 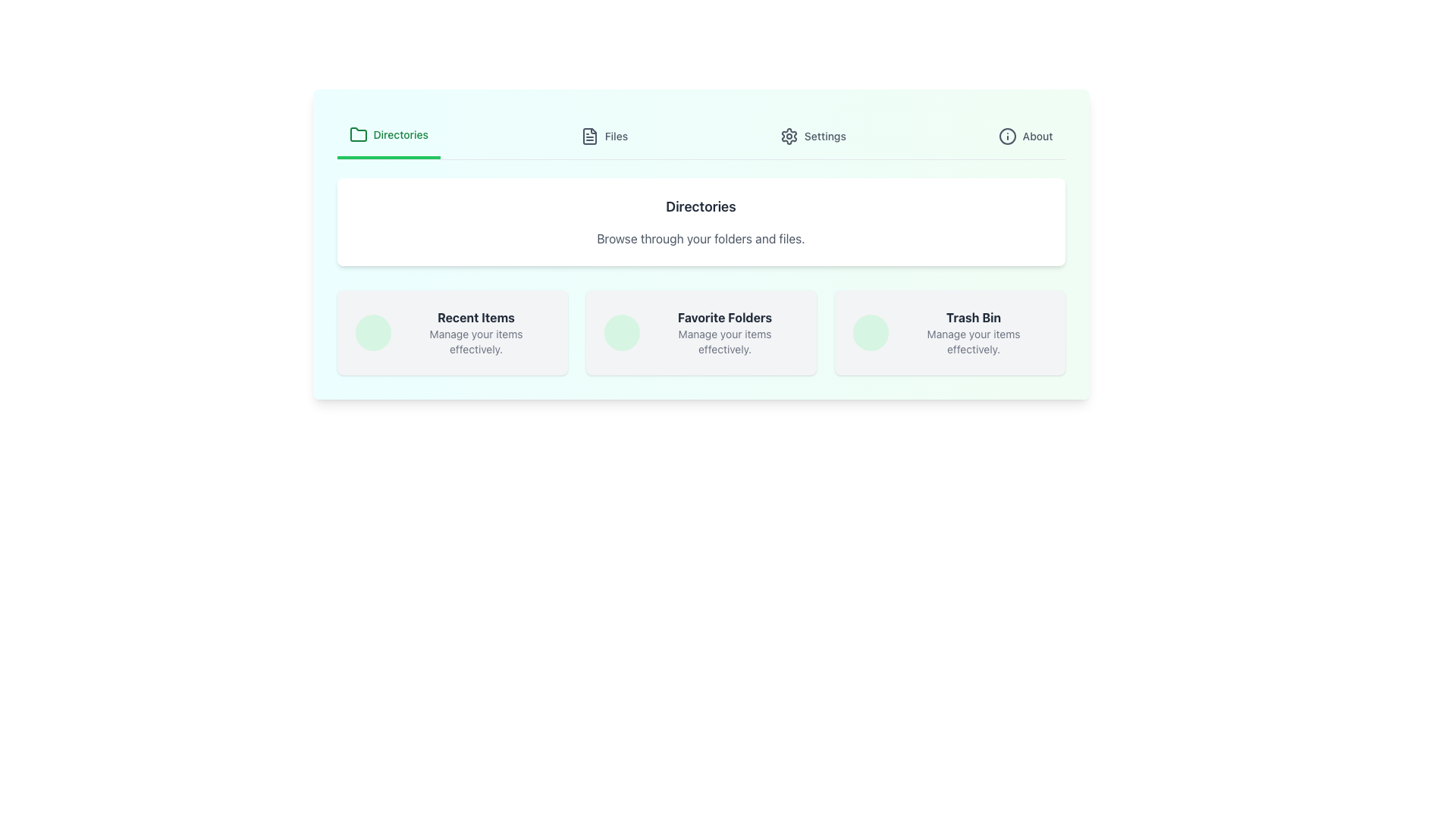 I want to click on the document icon located under the 'Files' label in the top navigation bar, so click(x=588, y=136).